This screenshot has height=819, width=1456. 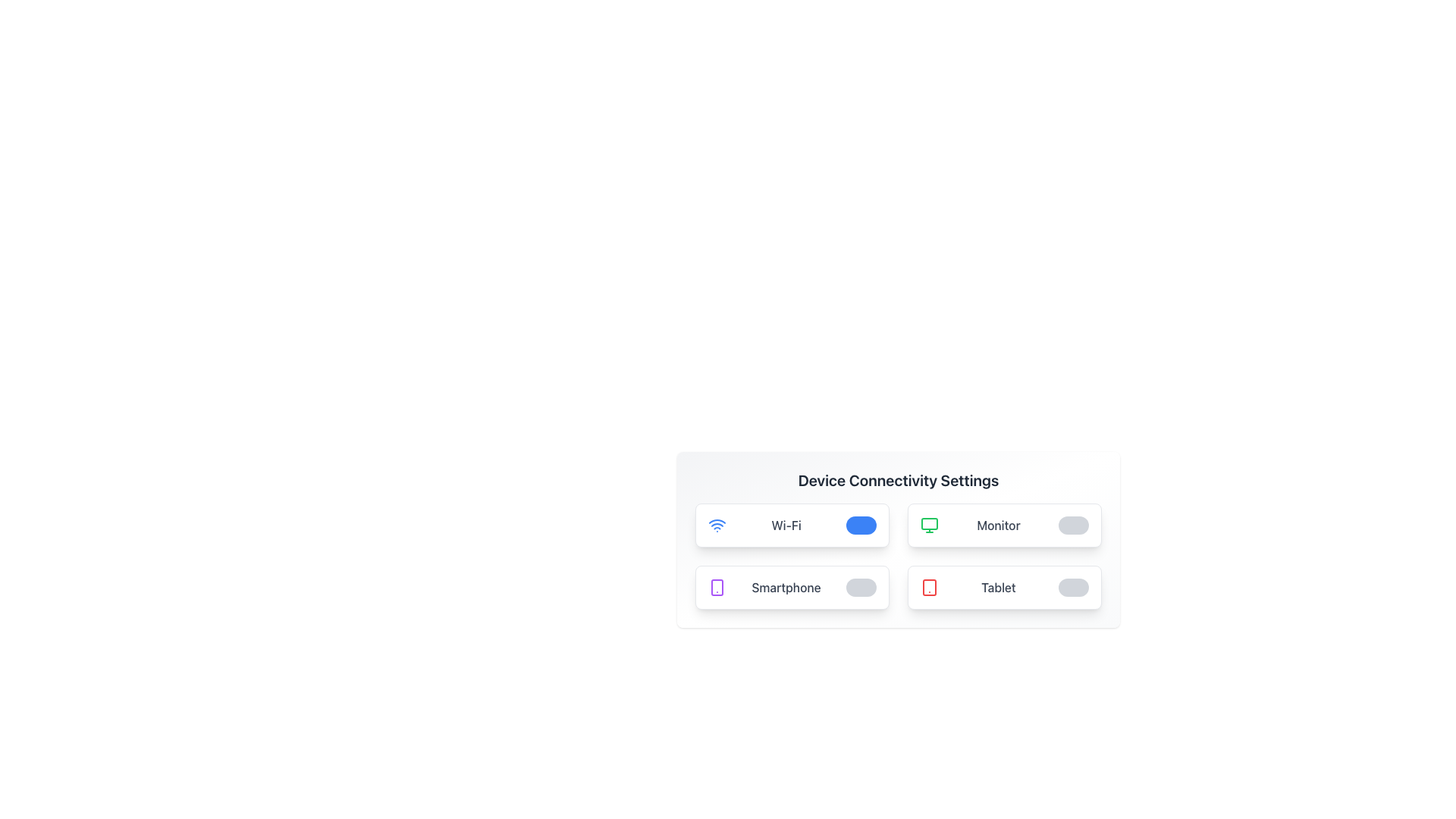 I want to click on text label 'Tablet' from the Toggle card located in the bottom-right of the grid in the 'Device Connectivity Settings' section, so click(x=1004, y=587).